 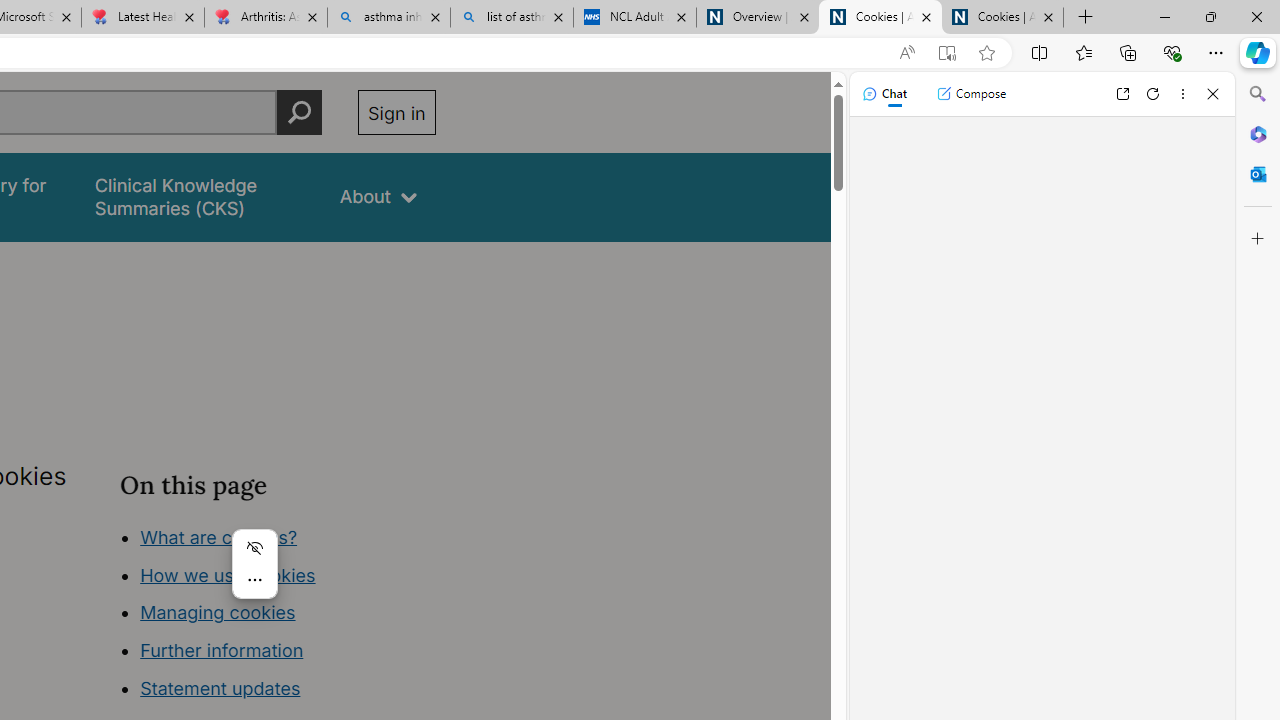 I want to click on 'Further information', so click(x=222, y=650).